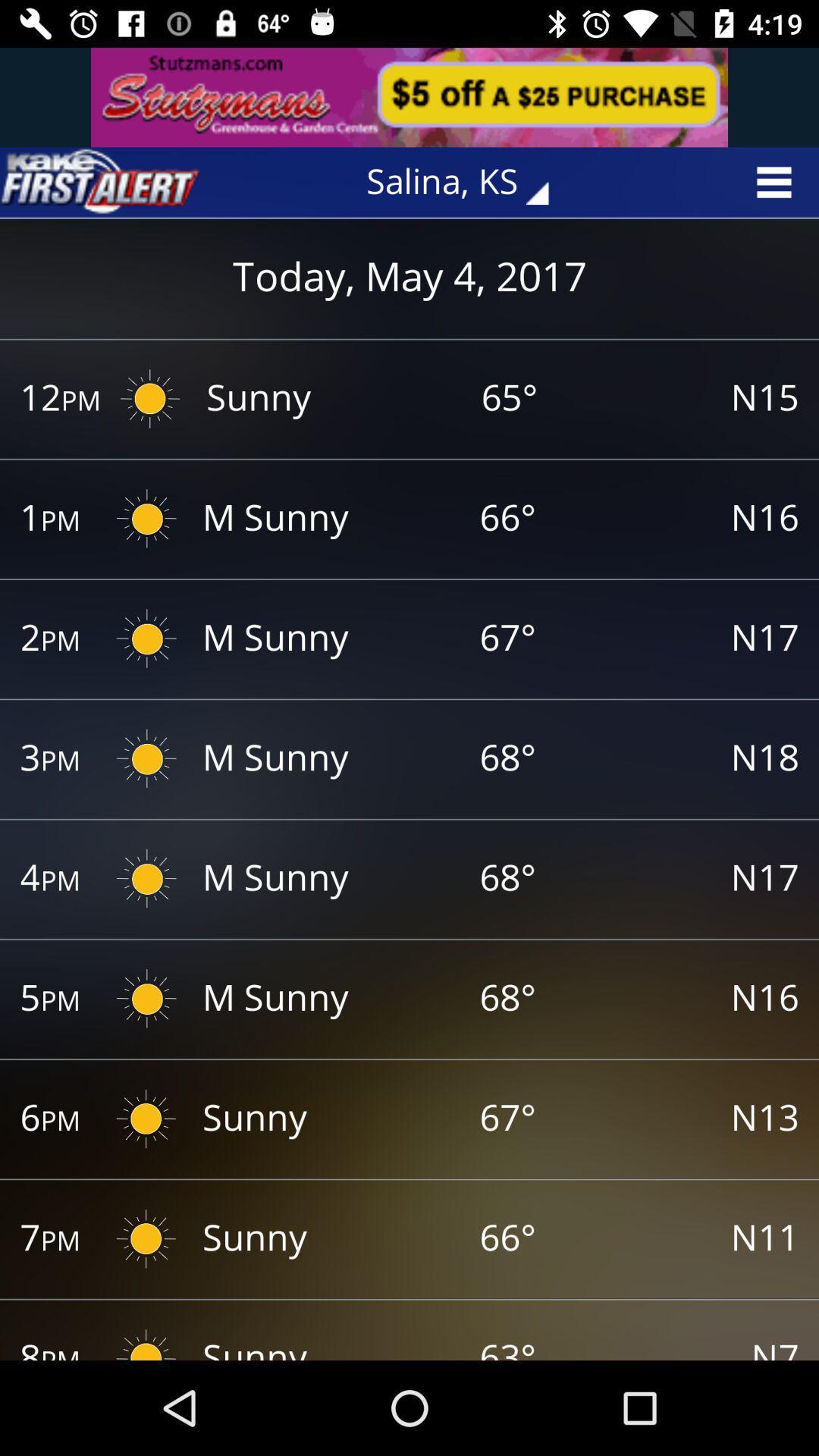 The height and width of the screenshot is (1456, 819). What do you see at coordinates (409, 96) in the screenshot?
I see `advertisement` at bounding box center [409, 96].